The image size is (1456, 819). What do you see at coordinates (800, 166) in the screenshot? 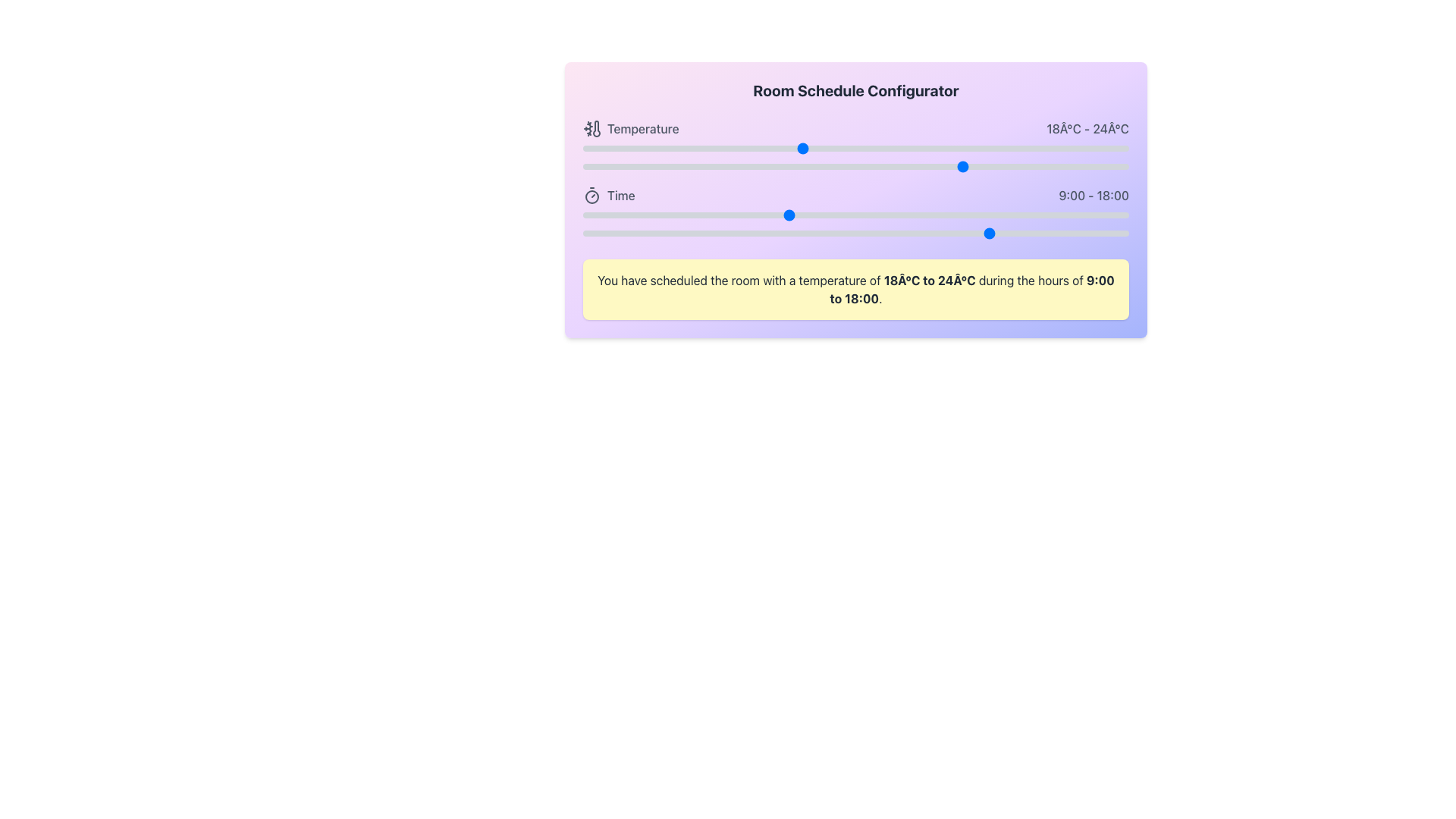
I see `the slider value` at bounding box center [800, 166].